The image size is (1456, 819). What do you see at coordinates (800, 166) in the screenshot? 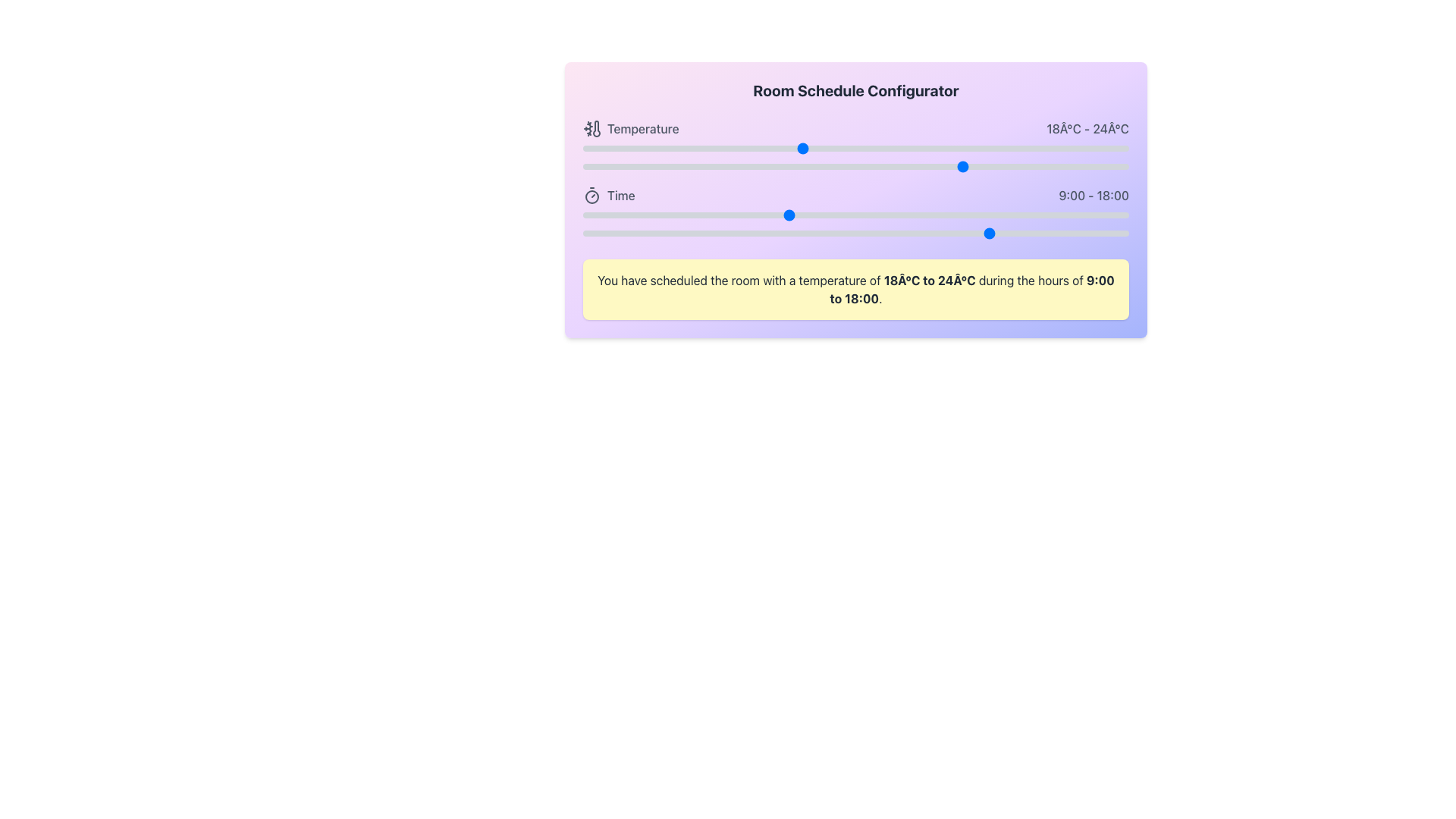
I see `the slider value` at bounding box center [800, 166].